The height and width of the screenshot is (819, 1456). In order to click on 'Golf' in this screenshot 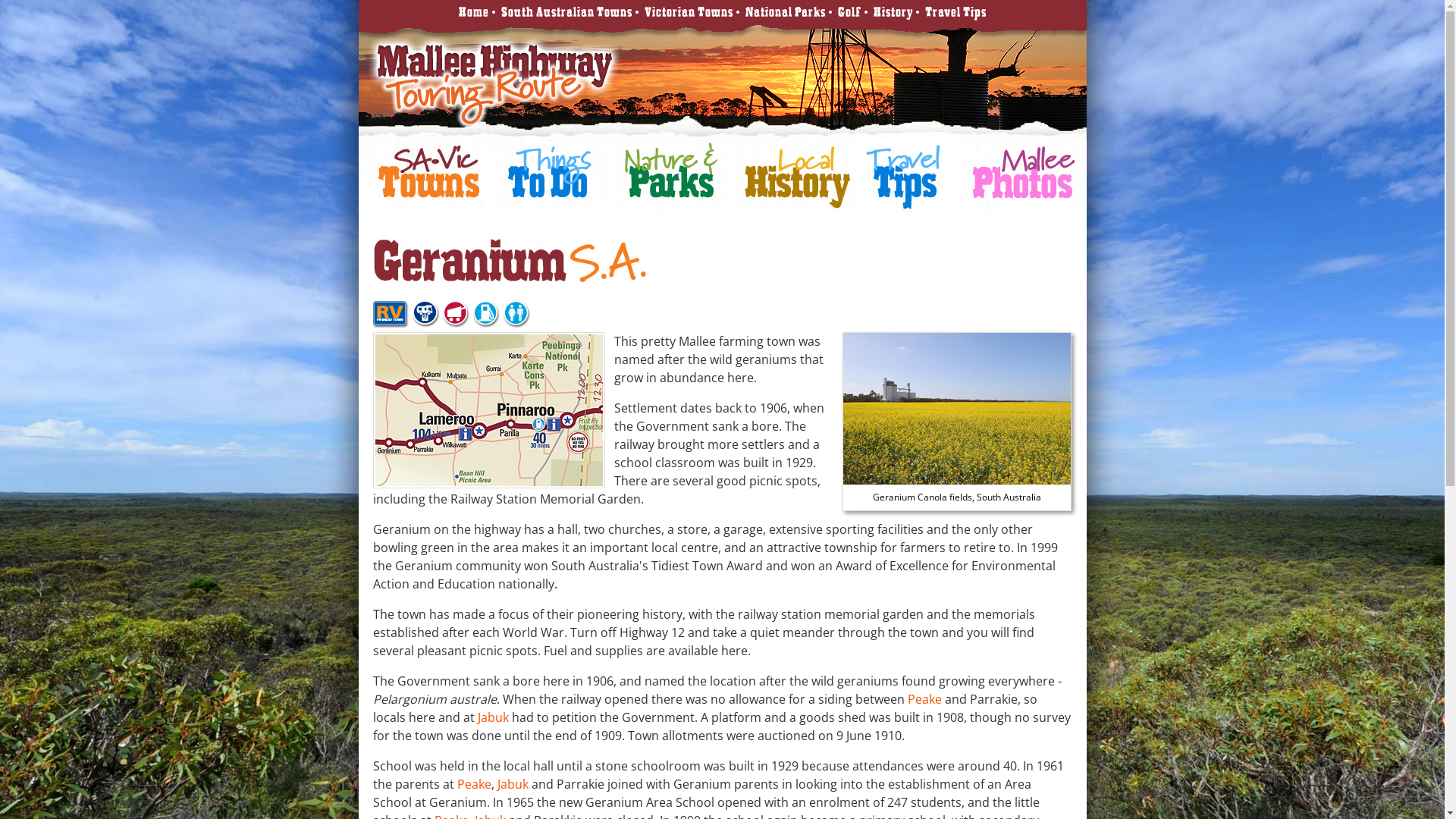, I will do `click(836, 11)`.